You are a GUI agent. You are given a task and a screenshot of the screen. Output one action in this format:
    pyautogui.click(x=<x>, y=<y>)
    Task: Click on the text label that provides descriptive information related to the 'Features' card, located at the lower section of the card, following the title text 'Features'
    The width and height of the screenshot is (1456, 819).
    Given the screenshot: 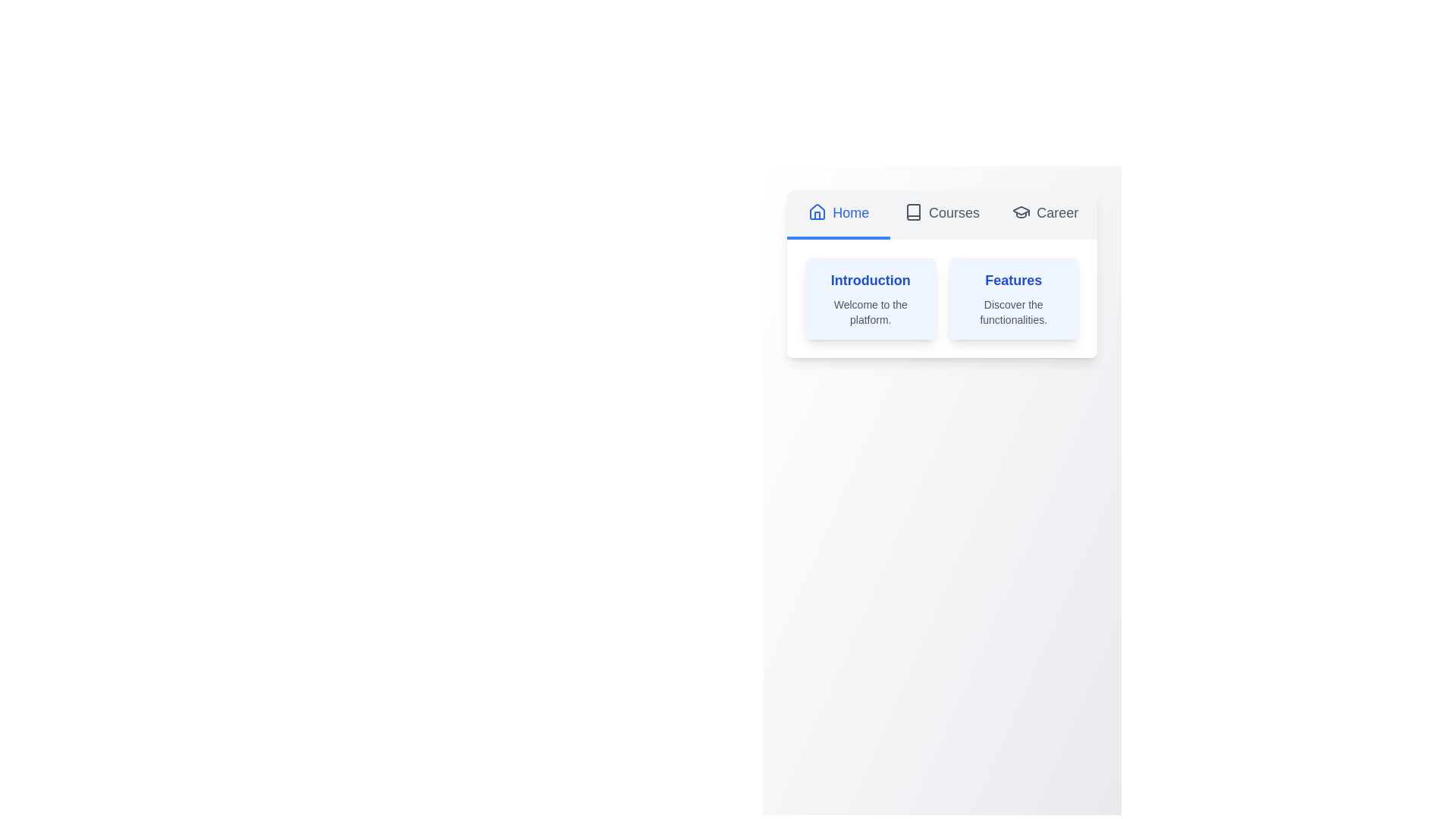 What is the action you would take?
    pyautogui.click(x=1013, y=312)
    